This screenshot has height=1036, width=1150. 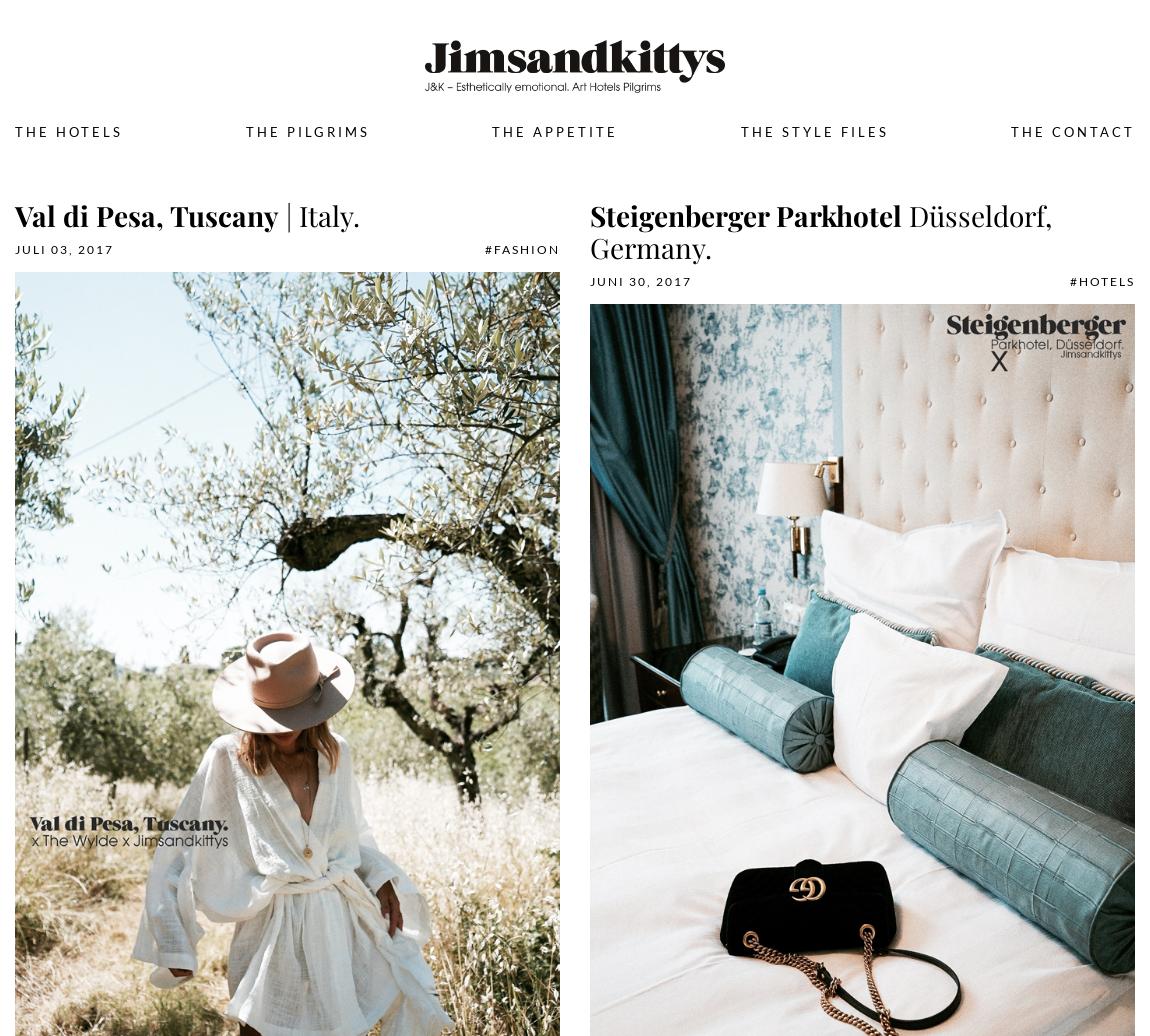 I want to click on 'The Style Files', so click(x=812, y=130).